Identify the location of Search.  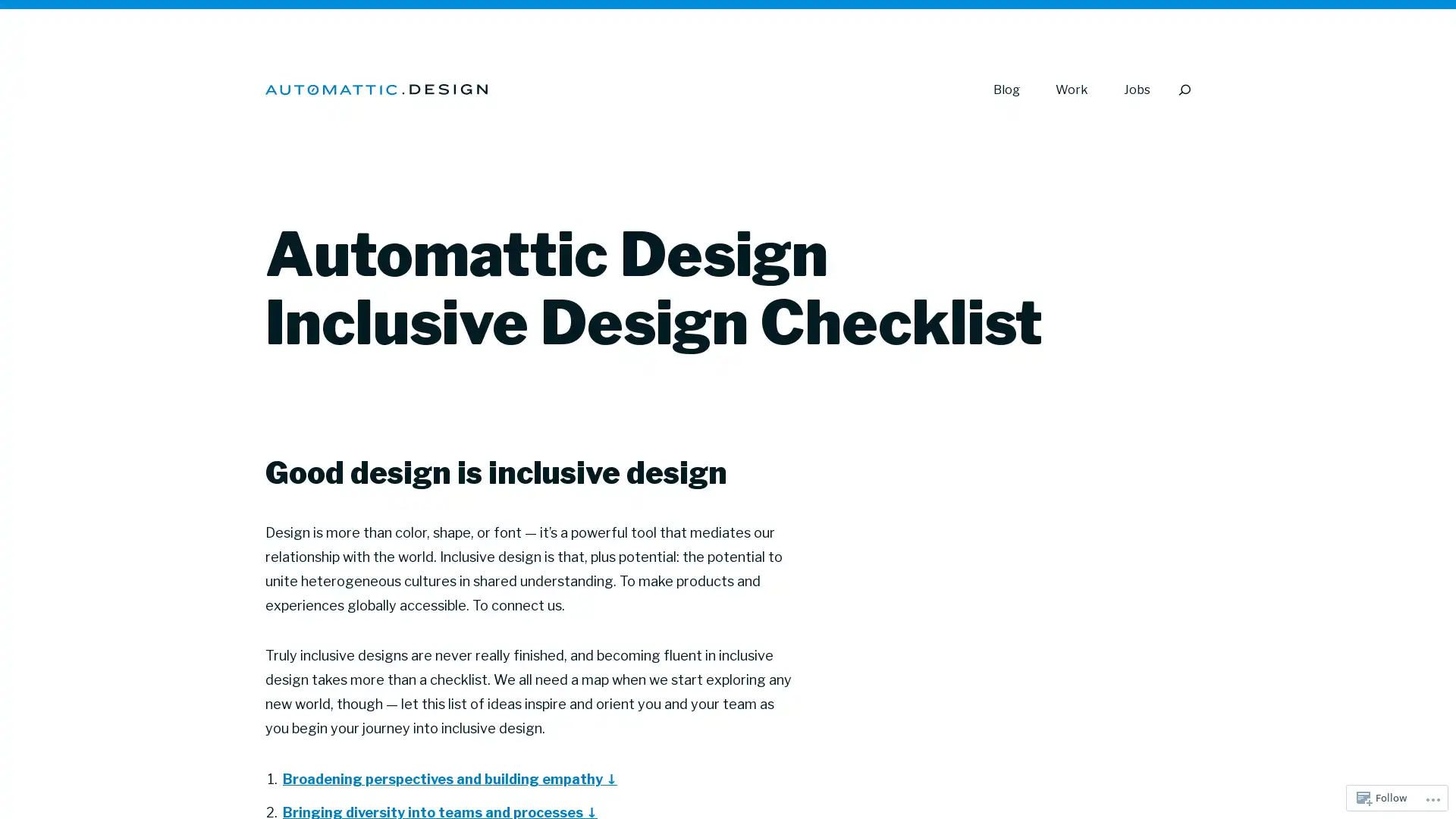
(1183, 89).